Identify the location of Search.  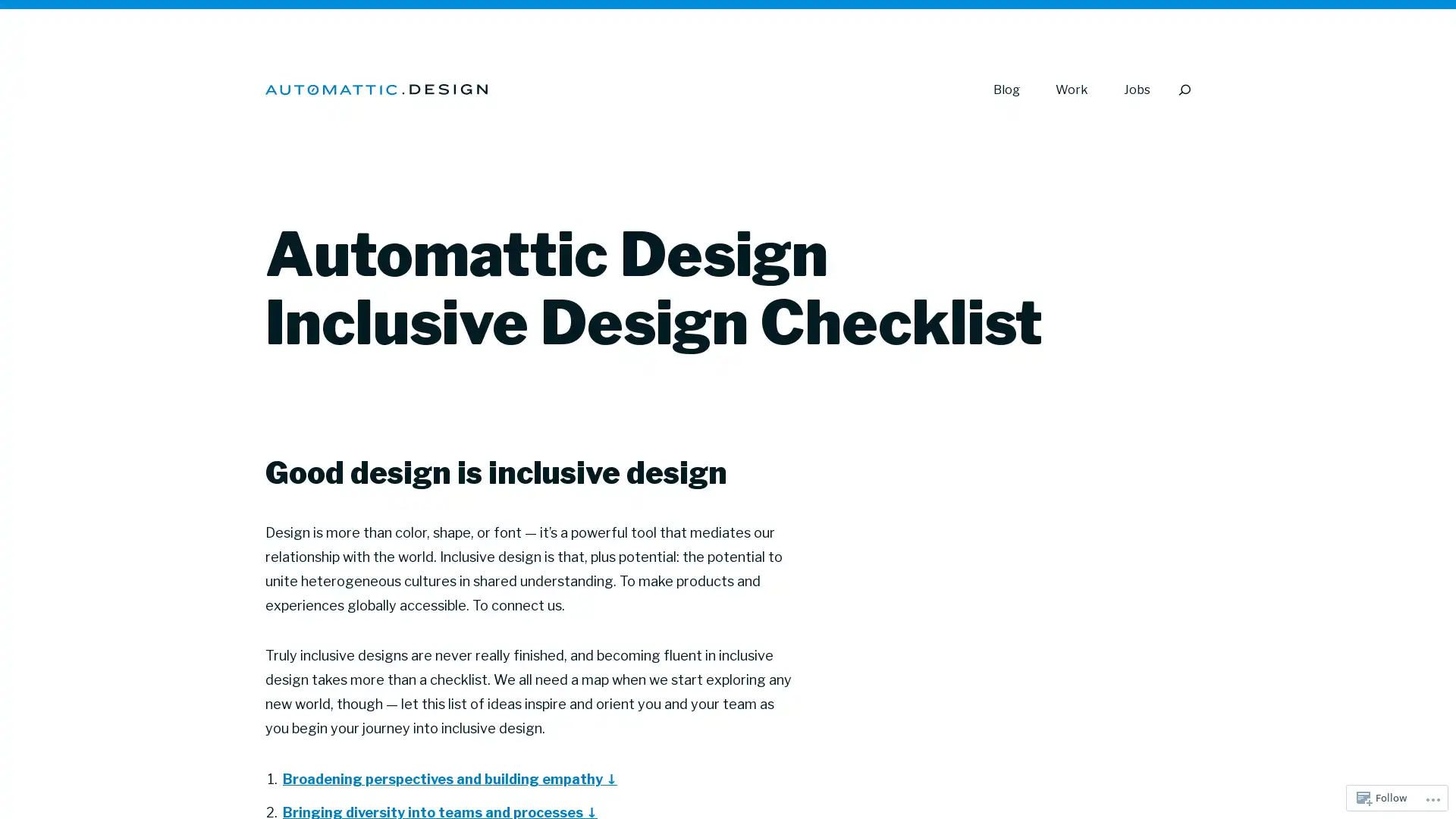
(1183, 89).